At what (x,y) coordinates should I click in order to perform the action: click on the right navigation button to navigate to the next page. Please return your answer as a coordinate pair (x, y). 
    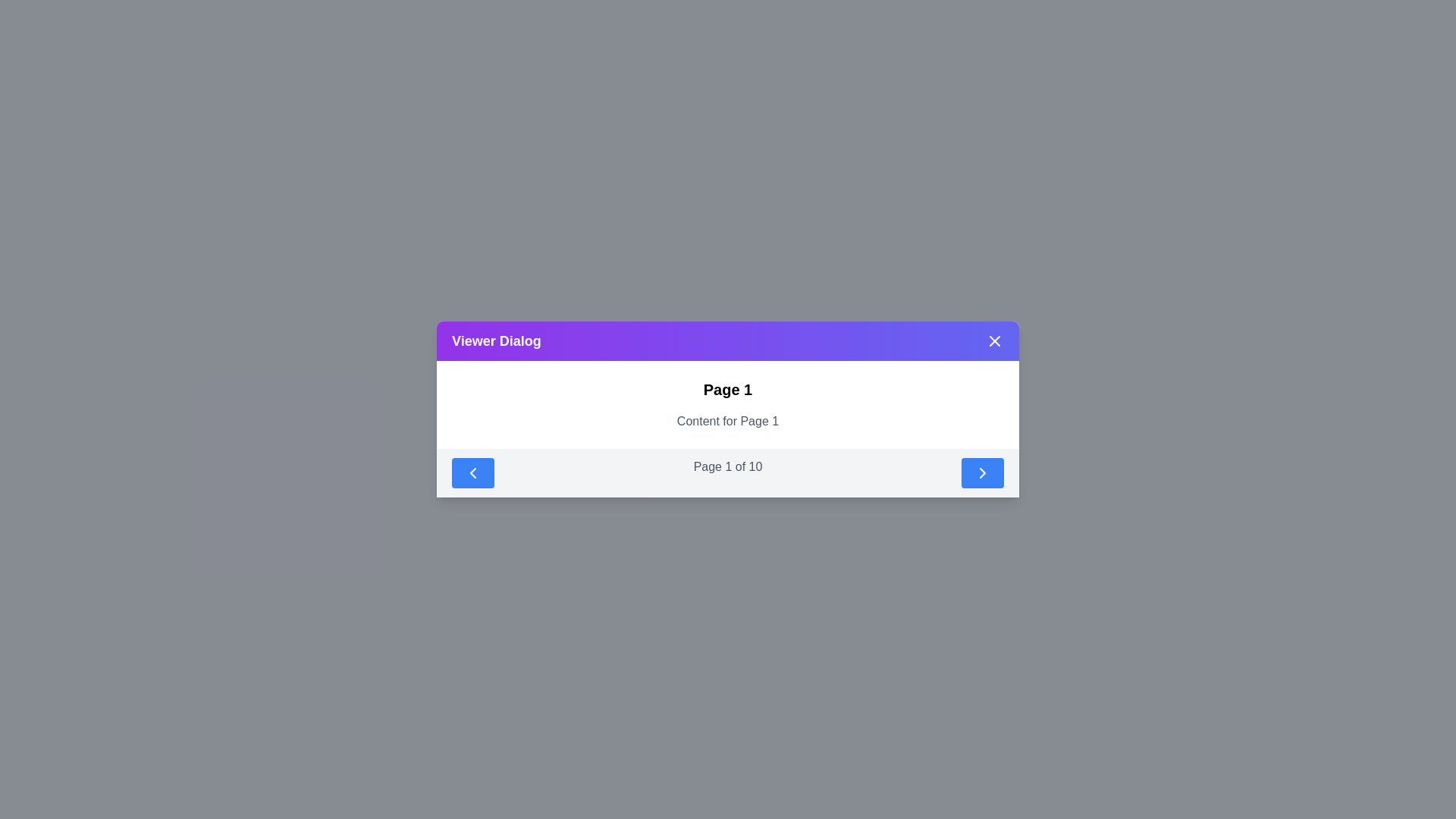
    Looking at the image, I should click on (983, 472).